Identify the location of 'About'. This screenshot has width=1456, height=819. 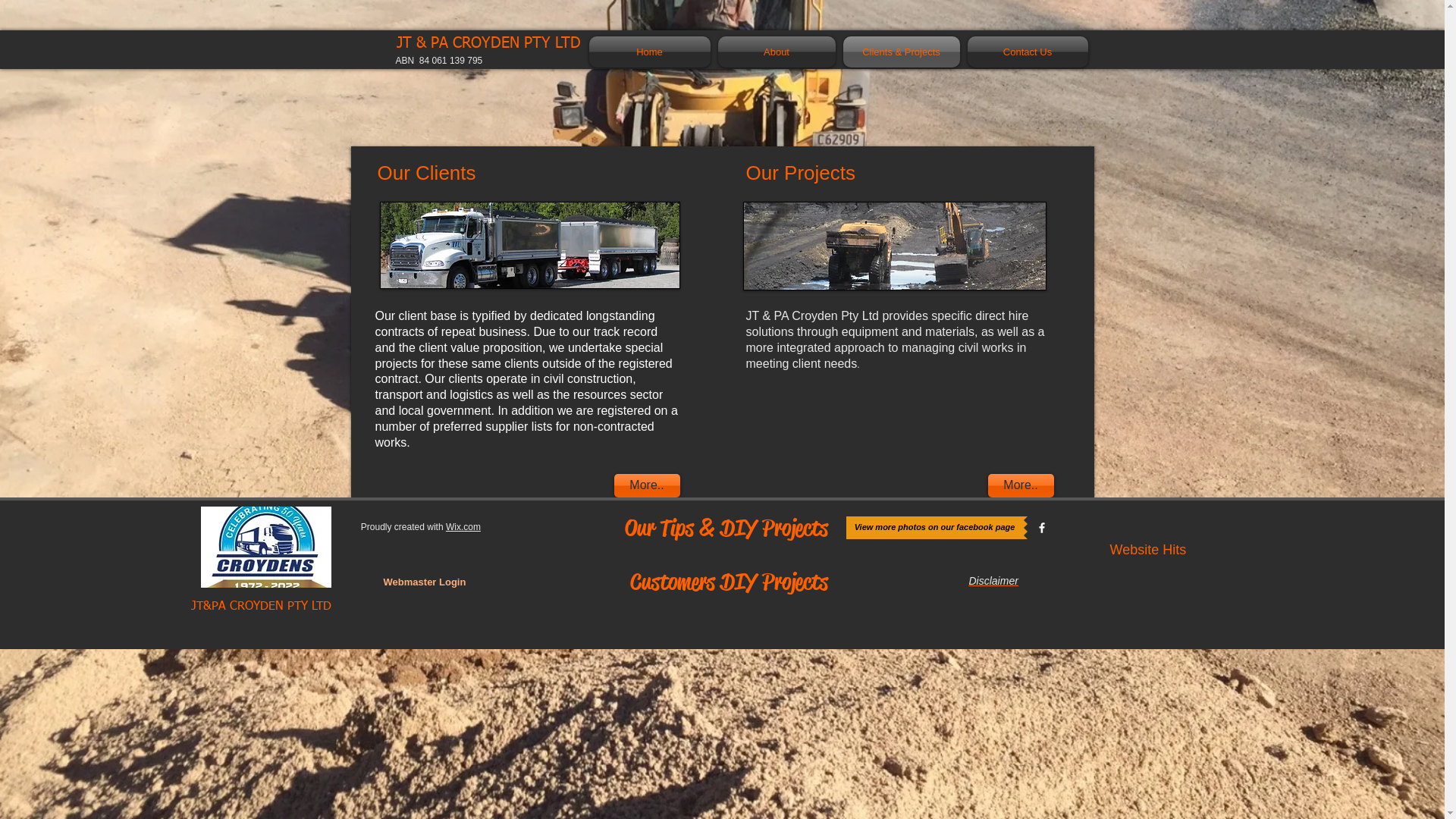
(777, 51).